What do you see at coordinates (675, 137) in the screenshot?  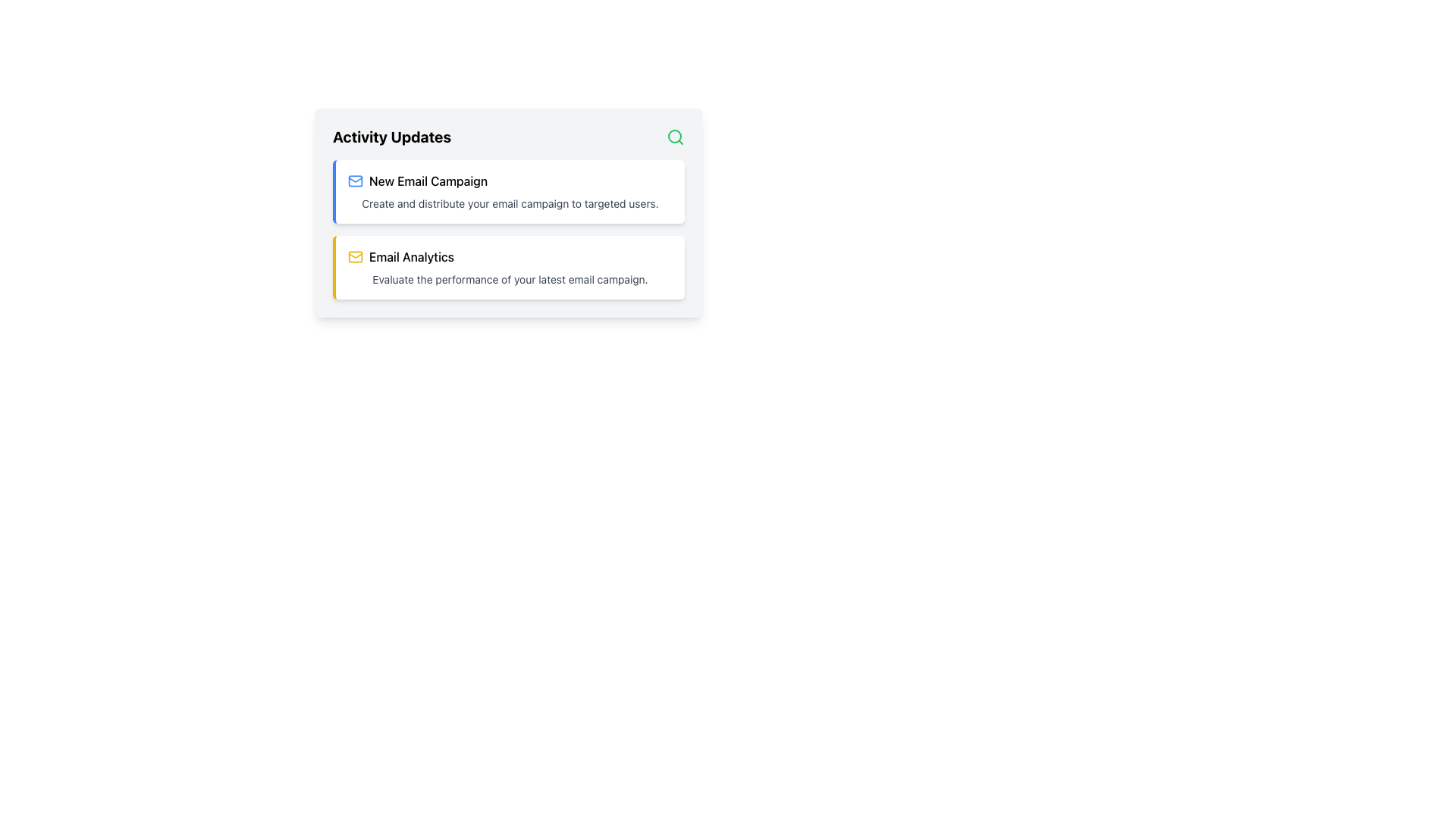 I see `the search button icon located at the far-right of the 'Activity Updates' card header` at bounding box center [675, 137].